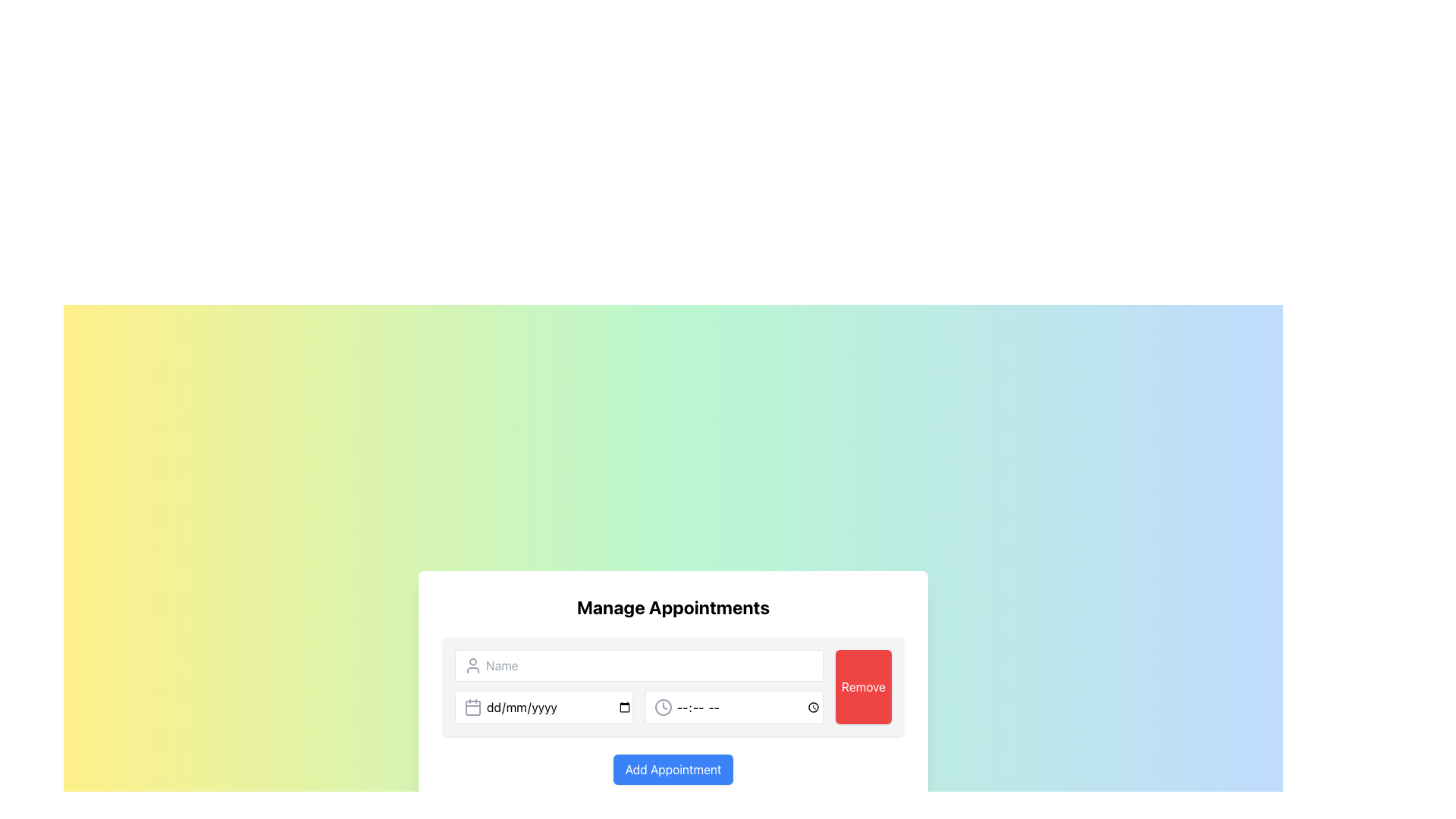  Describe the element at coordinates (472, 708) in the screenshot. I see `the small rectangle with rounded corners resembling a date icon, which is centrally located within the calendar icon component to the left of the input field labeled 'dd/mm/yyyy'` at that location.